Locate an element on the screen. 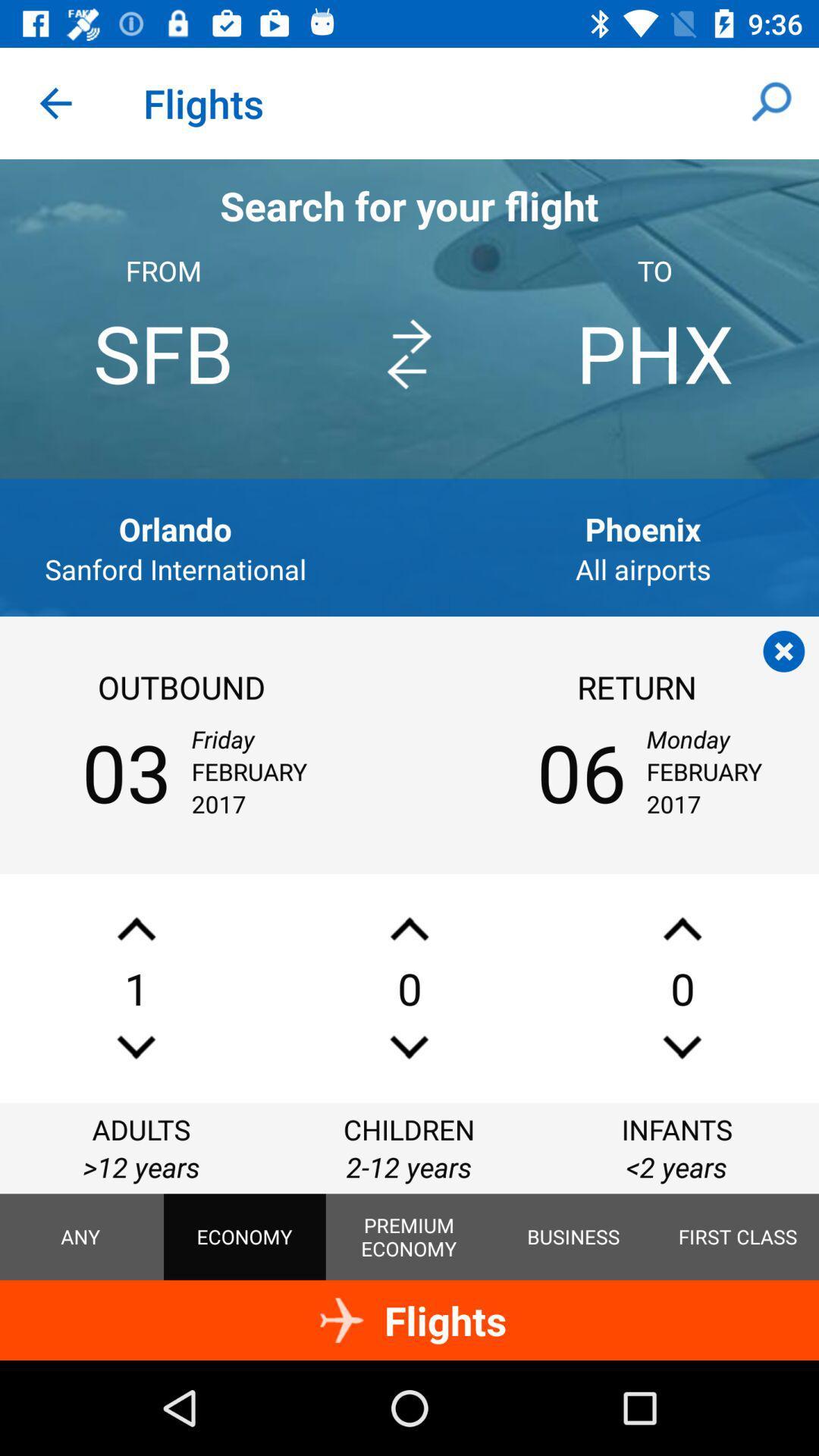  the close icon is located at coordinates (783, 651).